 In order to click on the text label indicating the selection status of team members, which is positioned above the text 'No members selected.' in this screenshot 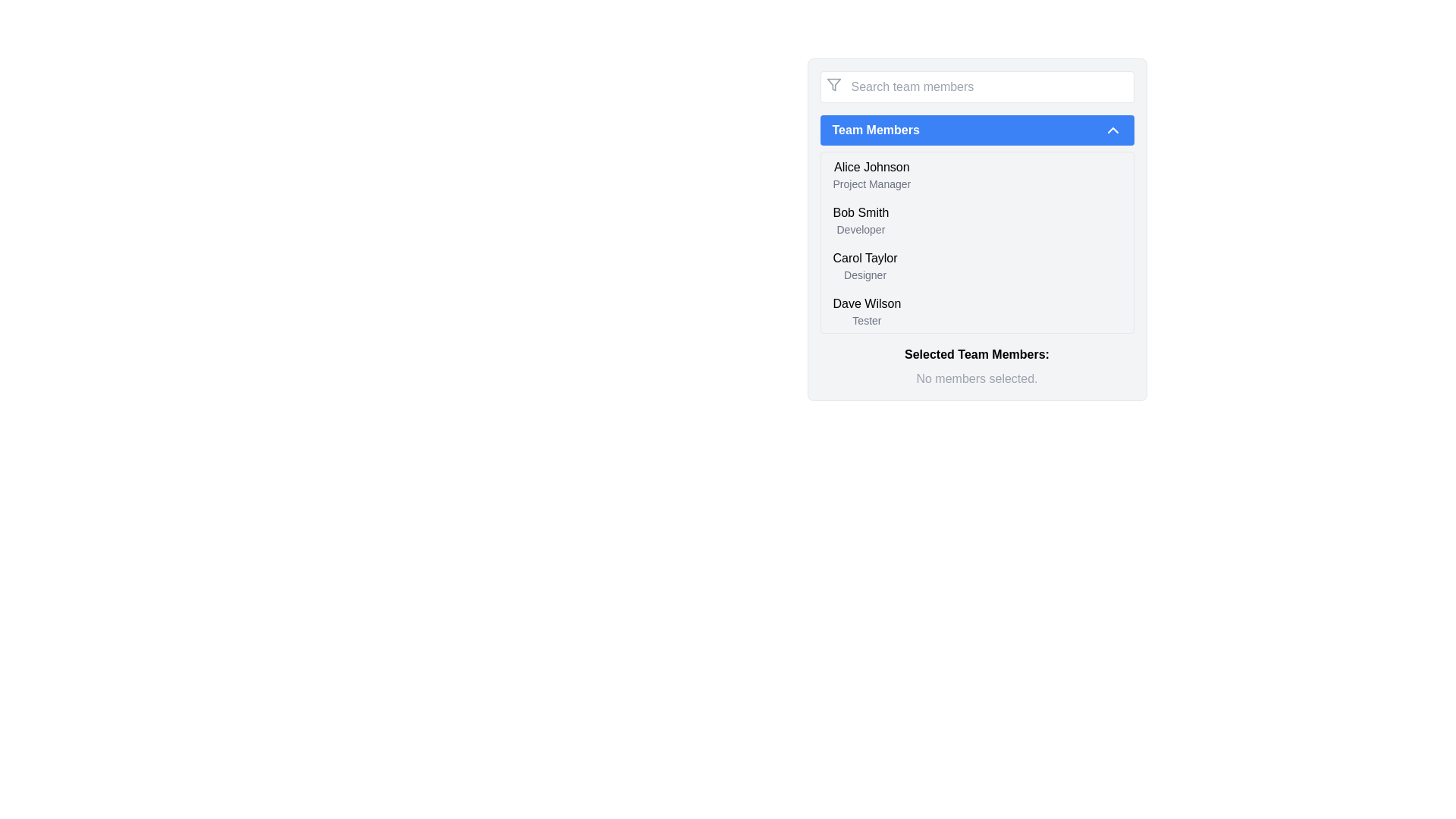, I will do `click(977, 354)`.